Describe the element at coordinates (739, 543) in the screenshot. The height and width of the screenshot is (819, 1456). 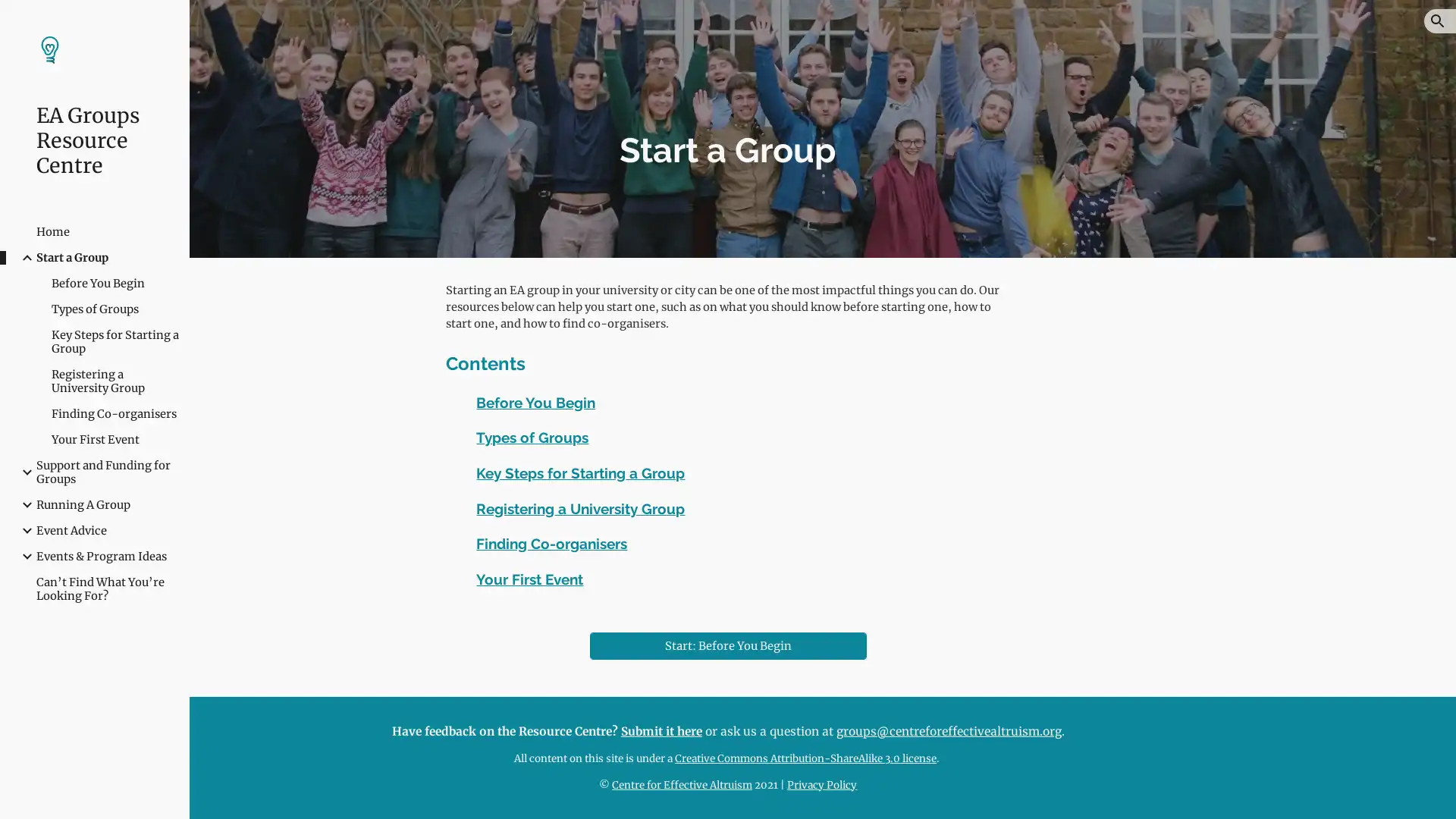
I see `Copy heading link` at that location.